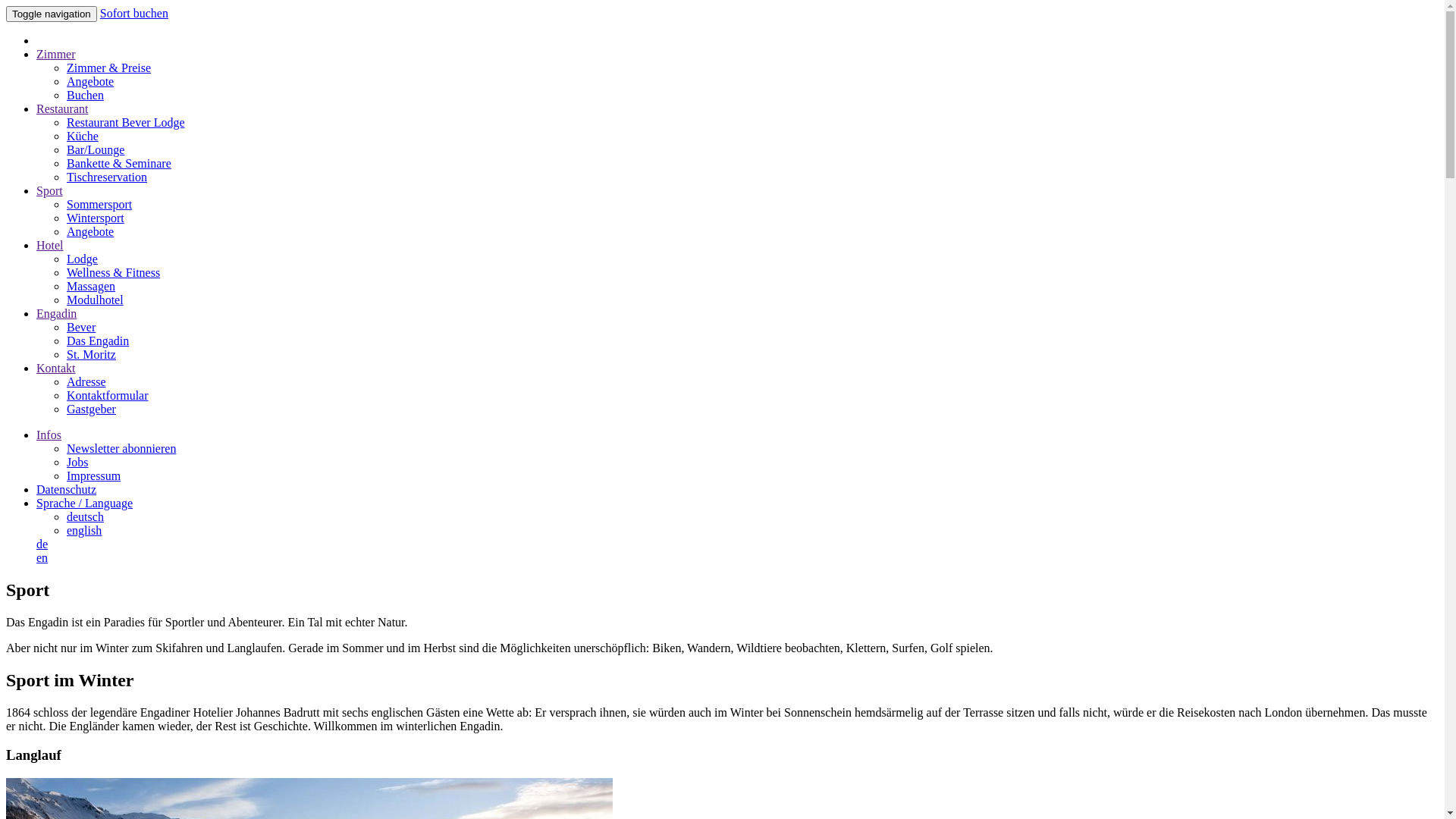 The height and width of the screenshot is (819, 1456). What do you see at coordinates (93, 475) in the screenshot?
I see `'Impressum'` at bounding box center [93, 475].